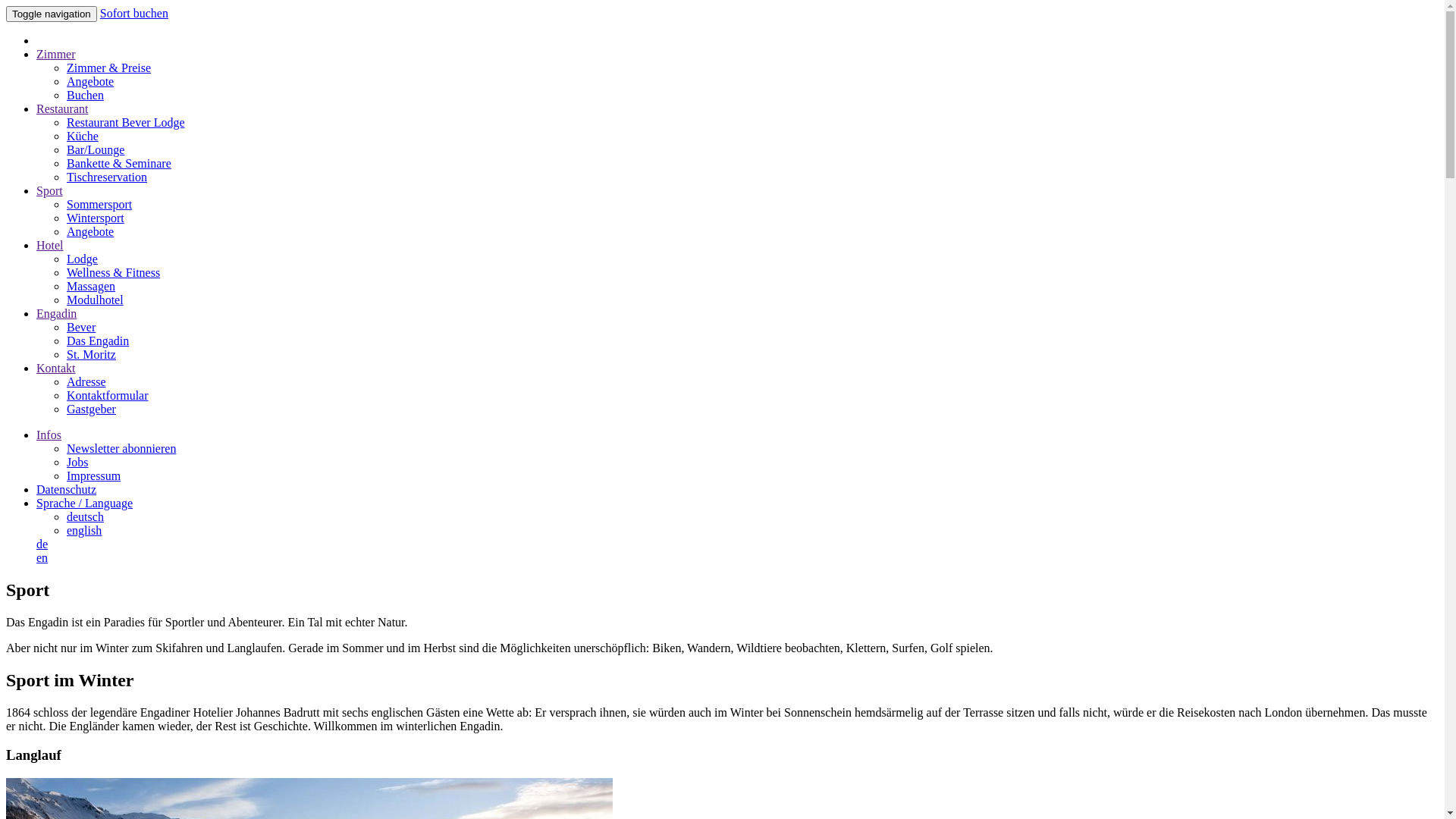 The height and width of the screenshot is (819, 1456). What do you see at coordinates (93, 475) in the screenshot?
I see `'Impressum'` at bounding box center [93, 475].